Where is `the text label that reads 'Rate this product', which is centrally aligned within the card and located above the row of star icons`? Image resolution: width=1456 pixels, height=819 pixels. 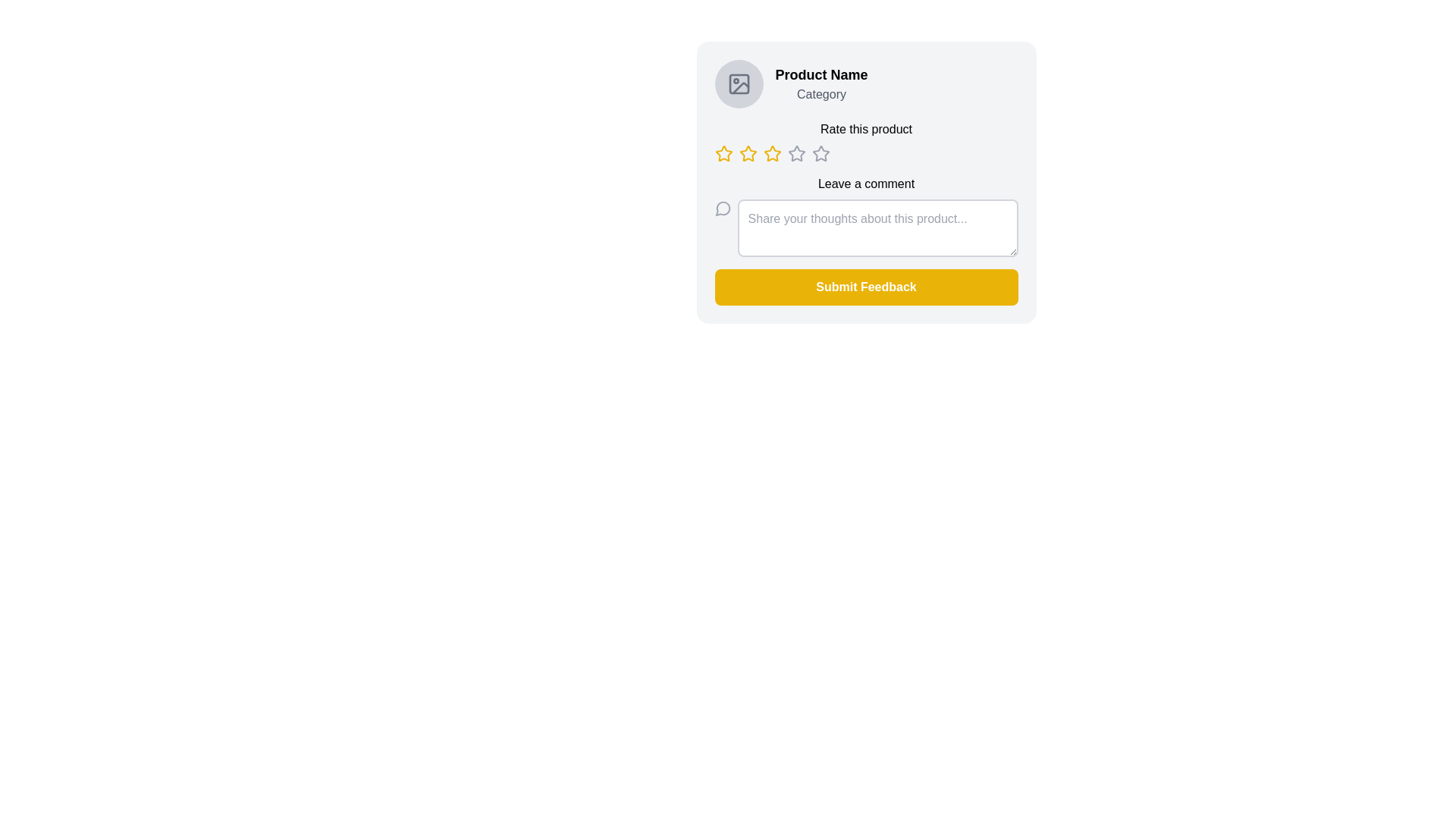
the text label that reads 'Rate this product', which is centrally aligned within the card and located above the row of star icons is located at coordinates (866, 141).